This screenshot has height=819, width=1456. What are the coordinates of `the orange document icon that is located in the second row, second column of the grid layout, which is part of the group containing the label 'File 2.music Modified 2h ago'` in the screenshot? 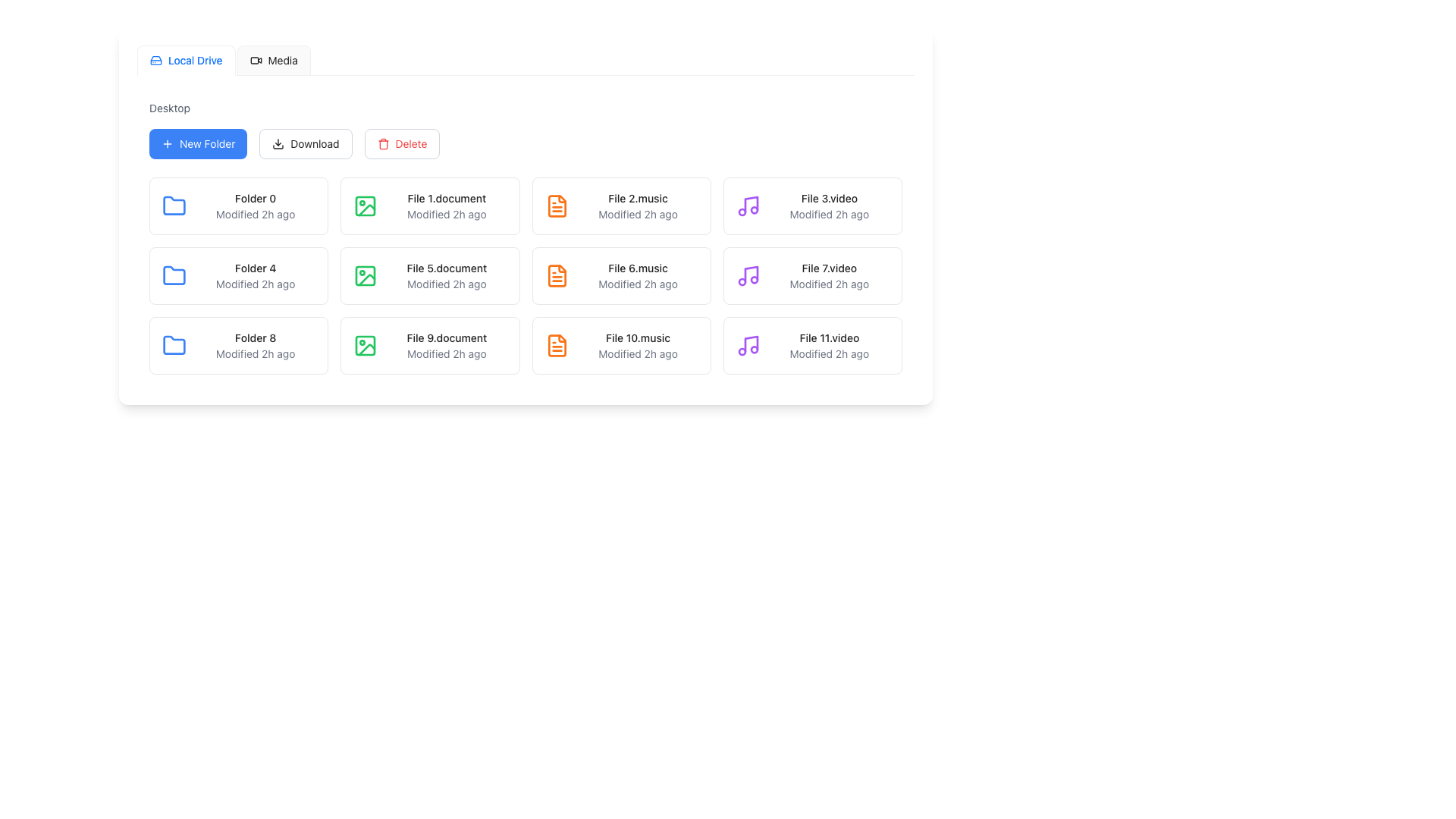 It's located at (556, 206).